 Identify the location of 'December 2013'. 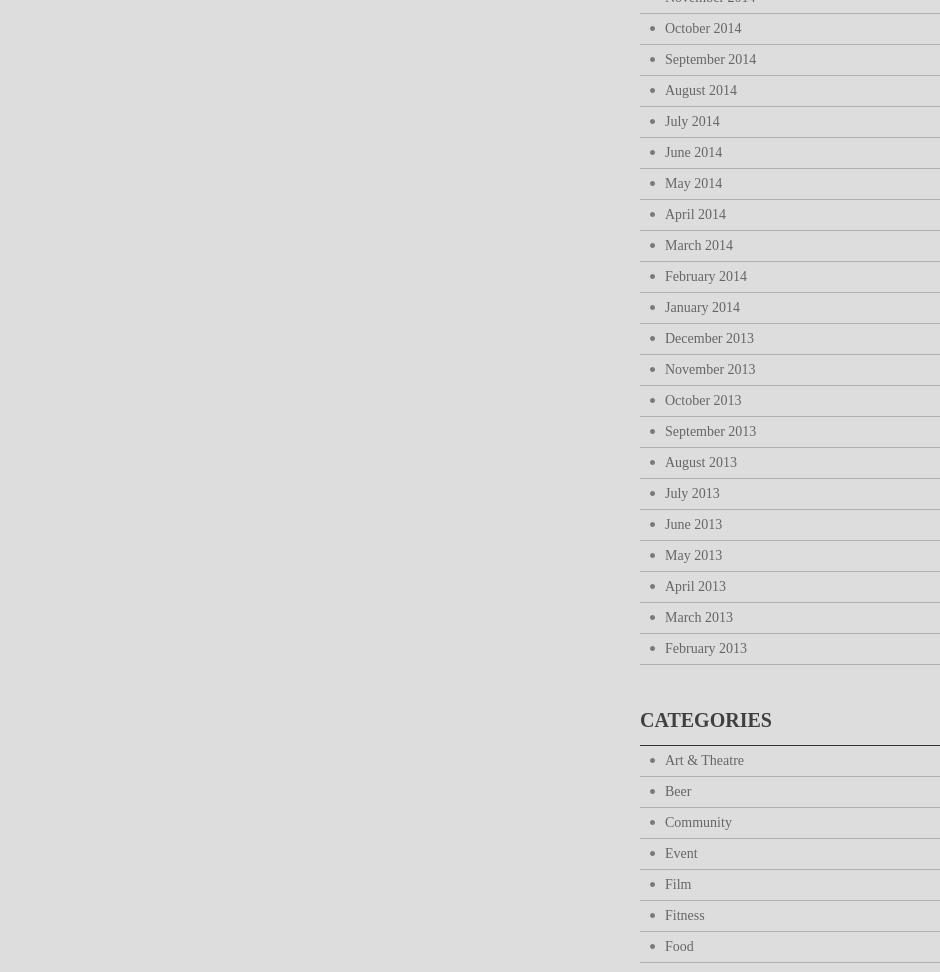
(709, 337).